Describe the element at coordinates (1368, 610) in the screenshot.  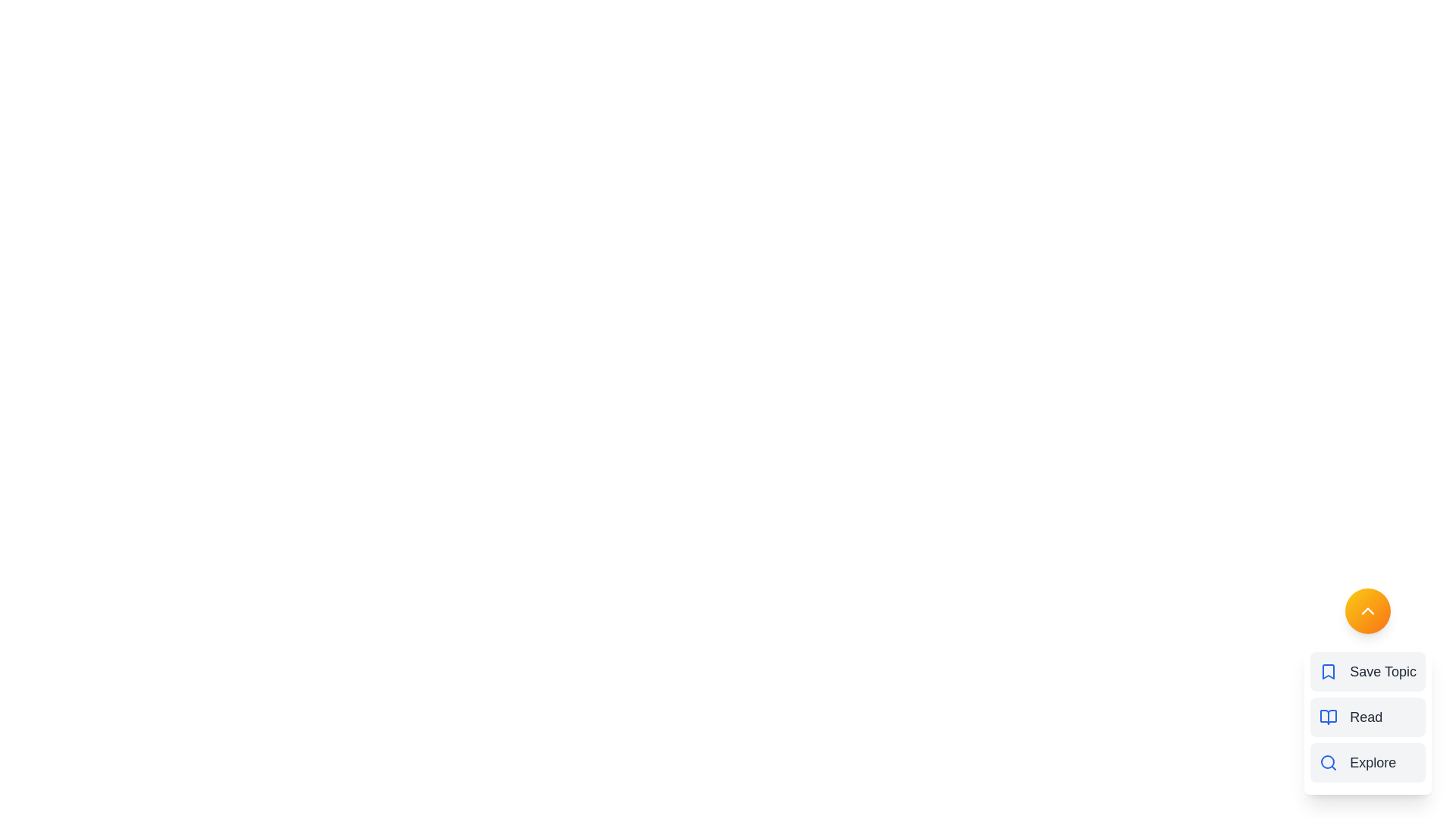
I see `the button to toggle the menu visibility` at that location.